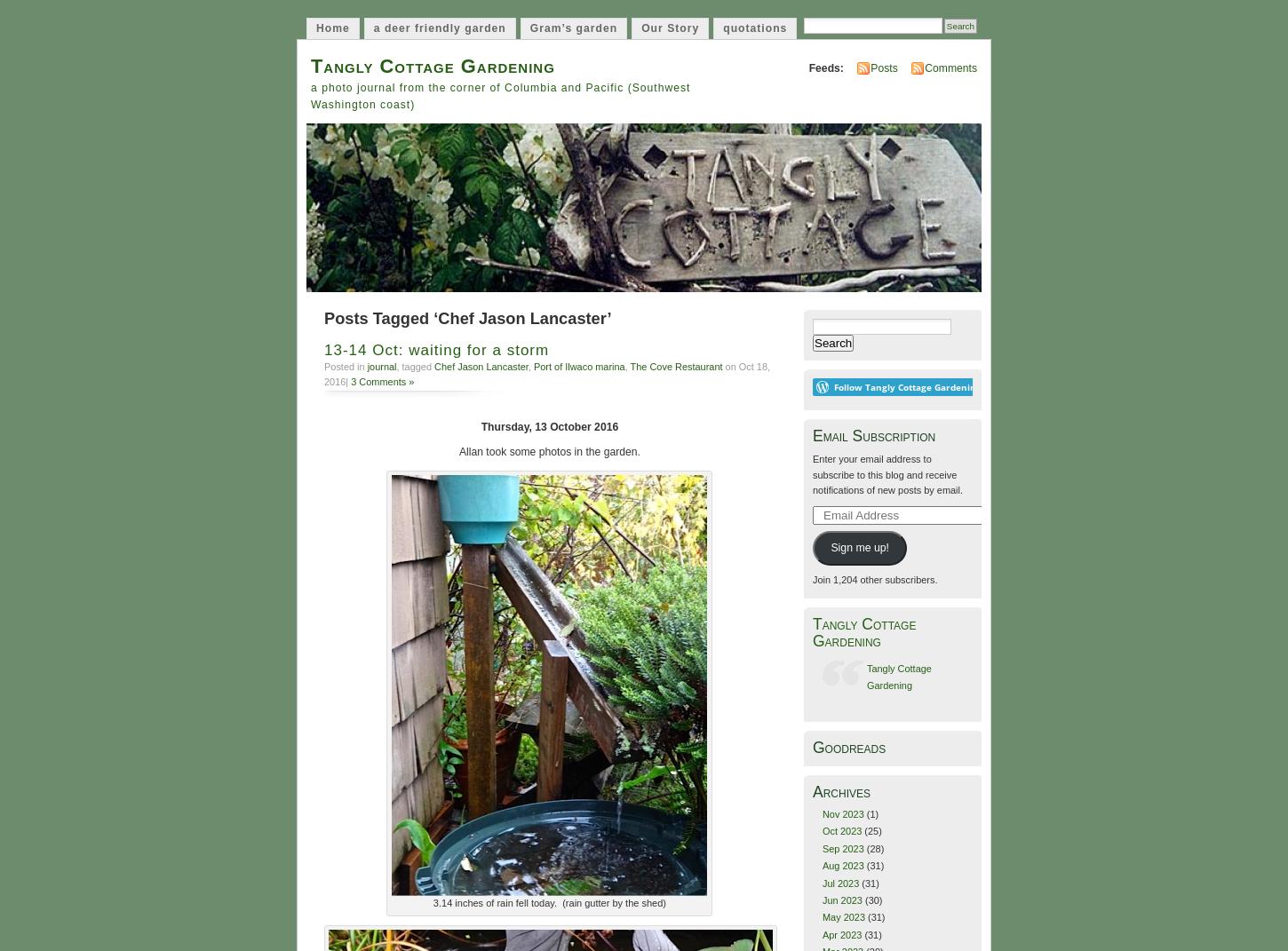 Image resolution: width=1288 pixels, height=951 pixels. I want to click on 'a photo journal from the corner of Columbia and Pacific (Southwest Washington coast)', so click(500, 95).